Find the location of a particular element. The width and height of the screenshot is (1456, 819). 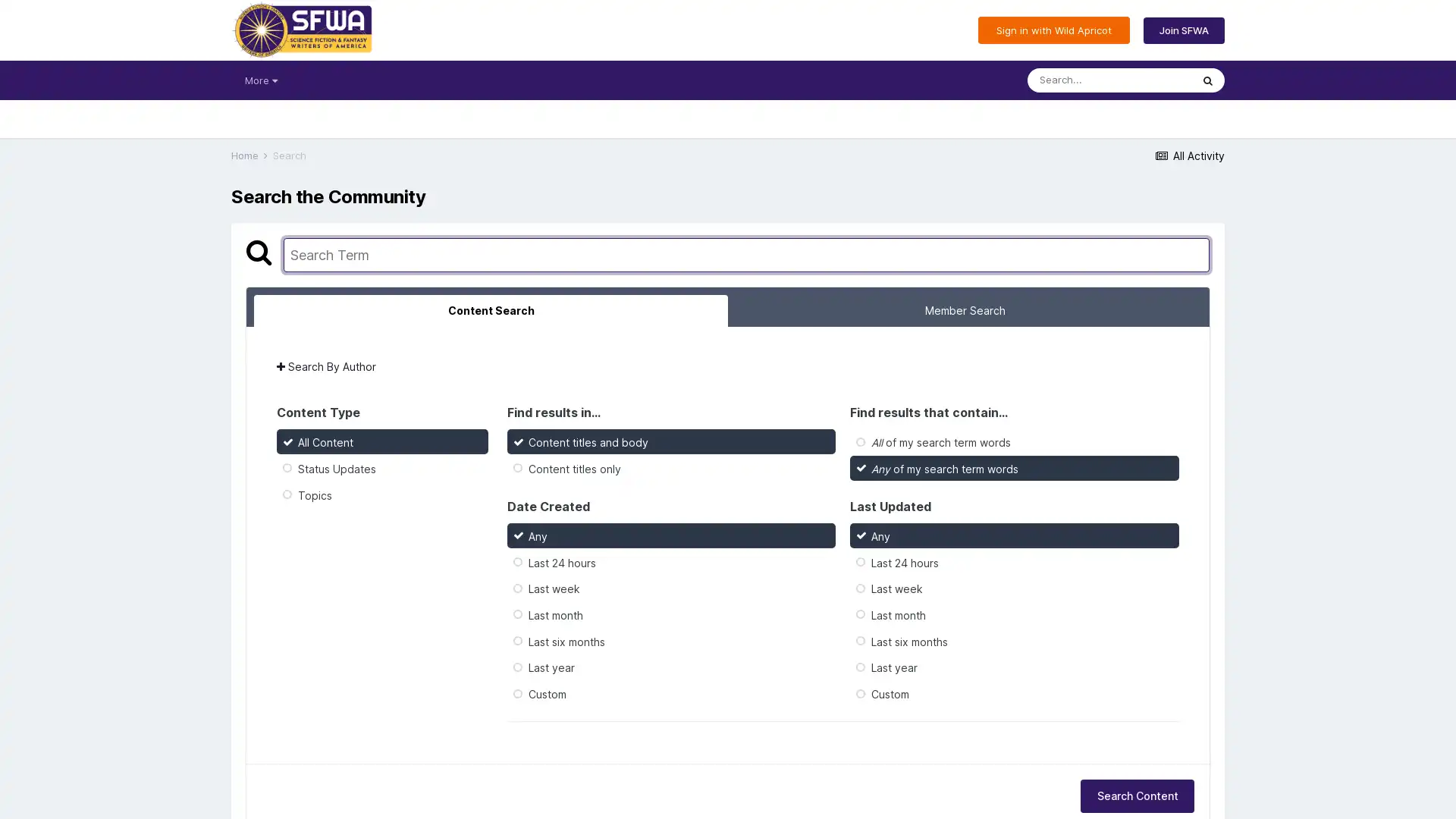

Sign in with Wild Apricot is located at coordinates (1053, 30).